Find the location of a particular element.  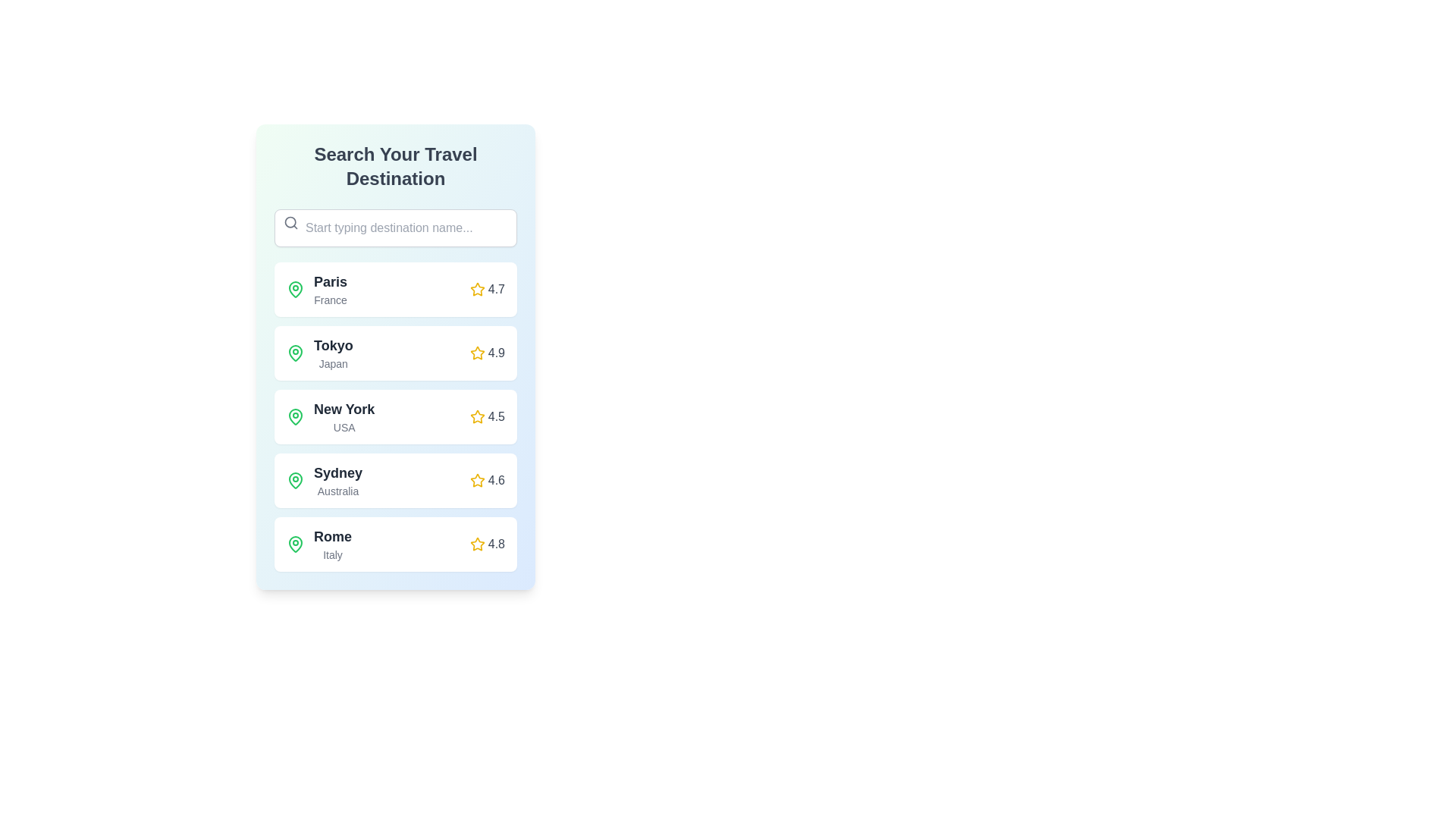

the text label displaying 'France' located beneath the larger text 'Paris' in the travel destination list is located at coordinates (330, 300).